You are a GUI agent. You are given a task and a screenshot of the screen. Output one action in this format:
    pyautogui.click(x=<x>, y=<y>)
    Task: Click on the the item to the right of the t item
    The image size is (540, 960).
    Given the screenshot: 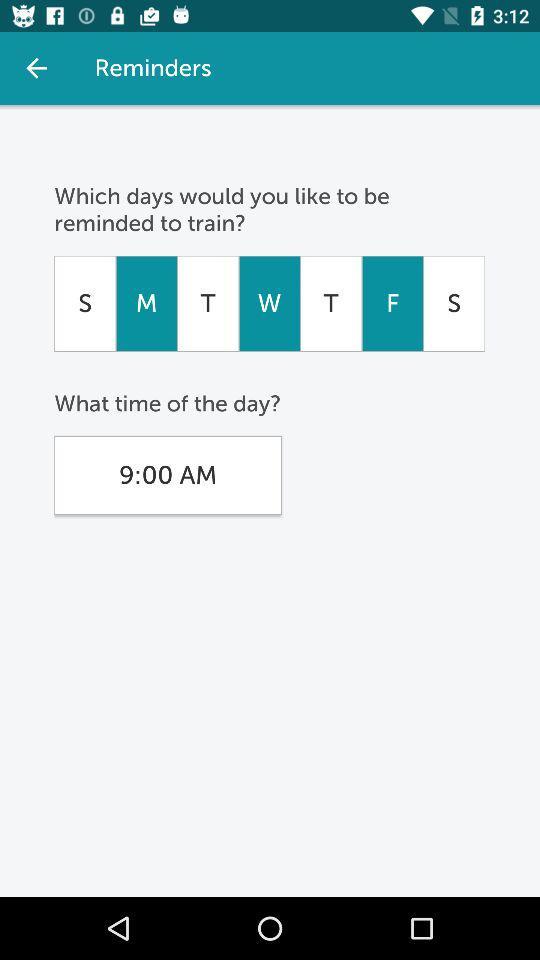 What is the action you would take?
    pyautogui.click(x=269, y=303)
    